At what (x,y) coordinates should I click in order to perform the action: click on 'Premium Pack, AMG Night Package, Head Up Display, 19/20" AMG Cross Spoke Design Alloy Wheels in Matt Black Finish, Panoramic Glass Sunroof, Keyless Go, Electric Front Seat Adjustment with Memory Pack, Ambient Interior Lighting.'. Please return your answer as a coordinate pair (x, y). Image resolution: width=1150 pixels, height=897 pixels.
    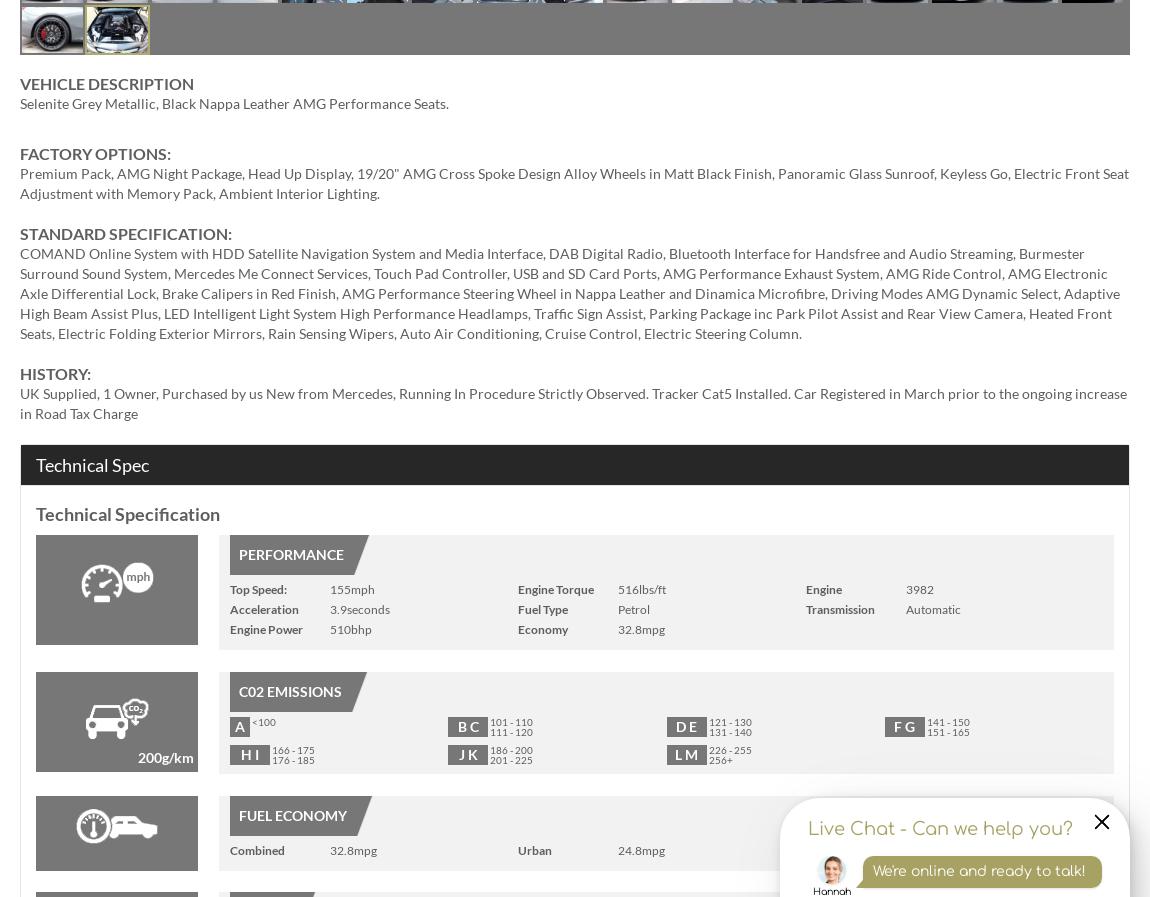
    Looking at the image, I should click on (574, 182).